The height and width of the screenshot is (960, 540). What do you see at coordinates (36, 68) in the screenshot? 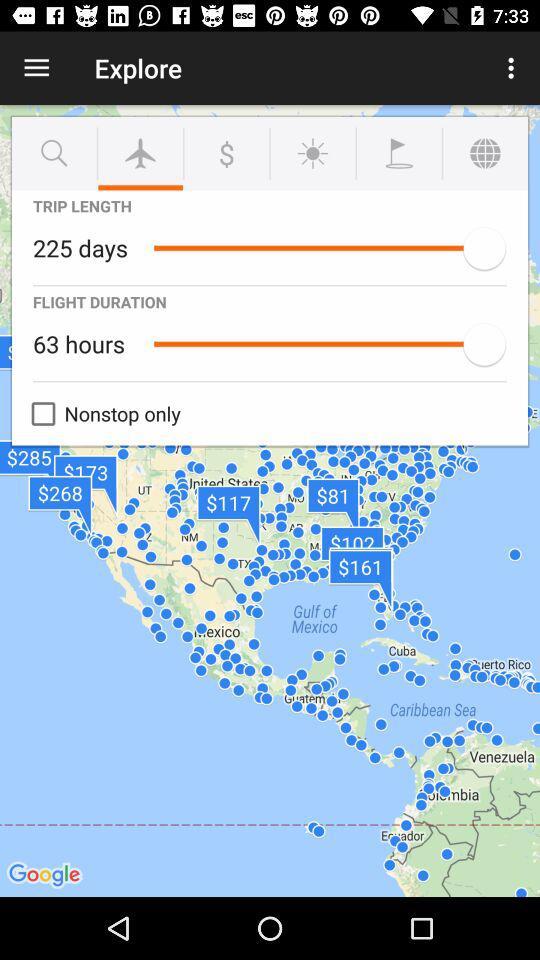
I see `the icon to the left of the explore item` at bounding box center [36, 68].